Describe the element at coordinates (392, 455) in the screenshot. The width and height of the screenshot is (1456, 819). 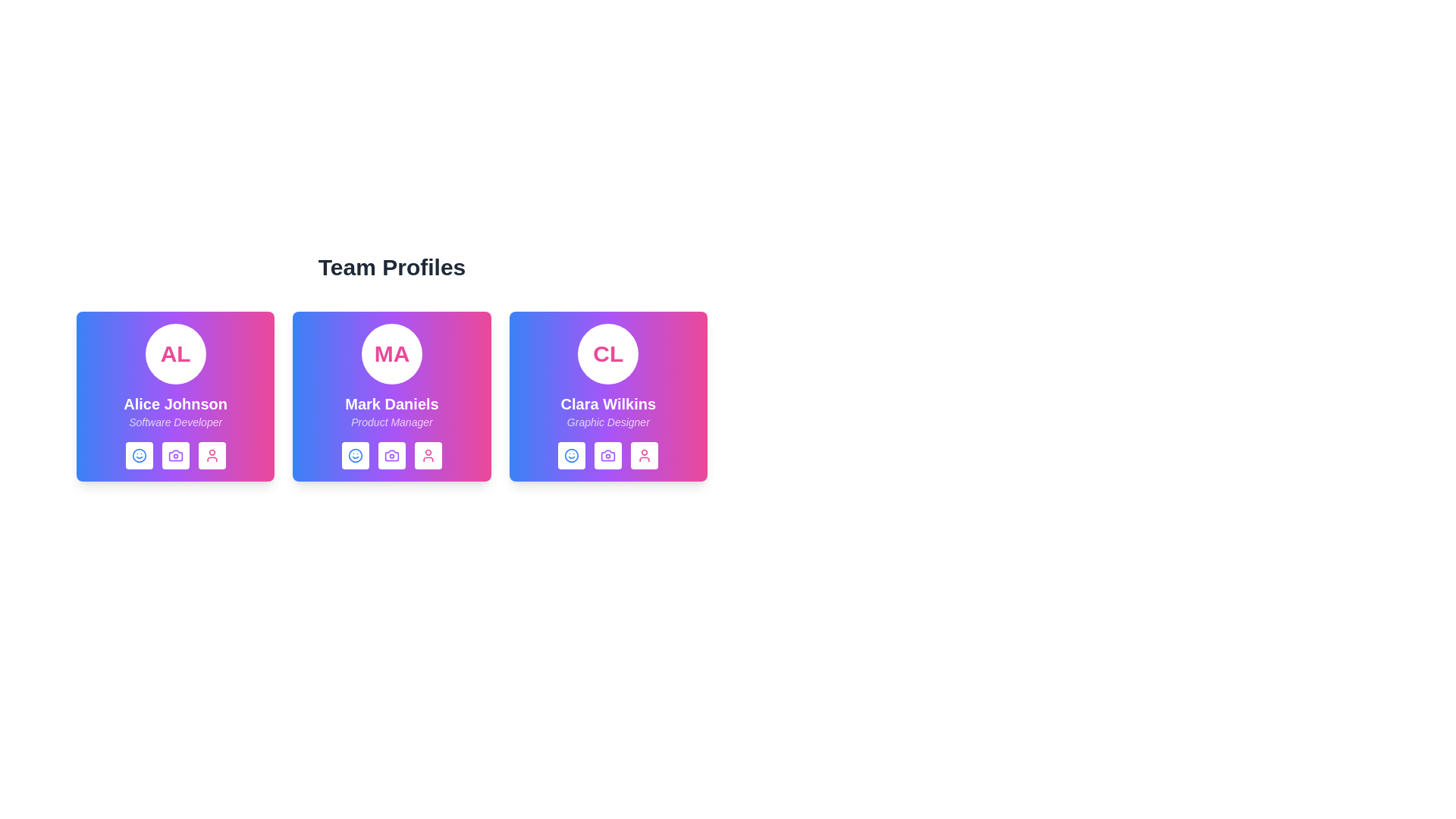
I see `the camera icon located in the lower section of the second profile card from the left, which serves as a symbolic representation for photo-related actions` at that location.